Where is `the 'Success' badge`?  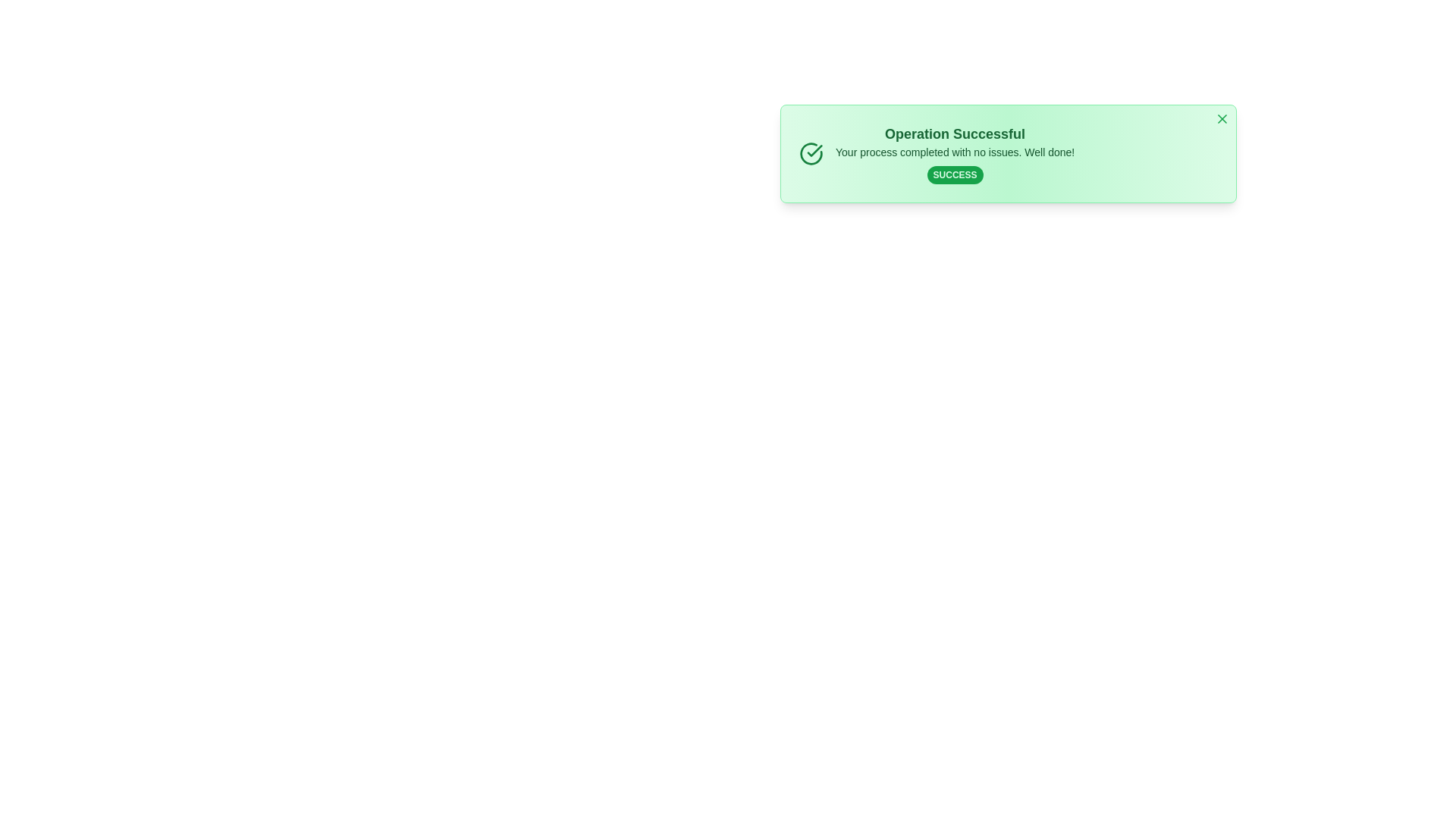 the 'Success' badge is located at coordinates (953, 174).